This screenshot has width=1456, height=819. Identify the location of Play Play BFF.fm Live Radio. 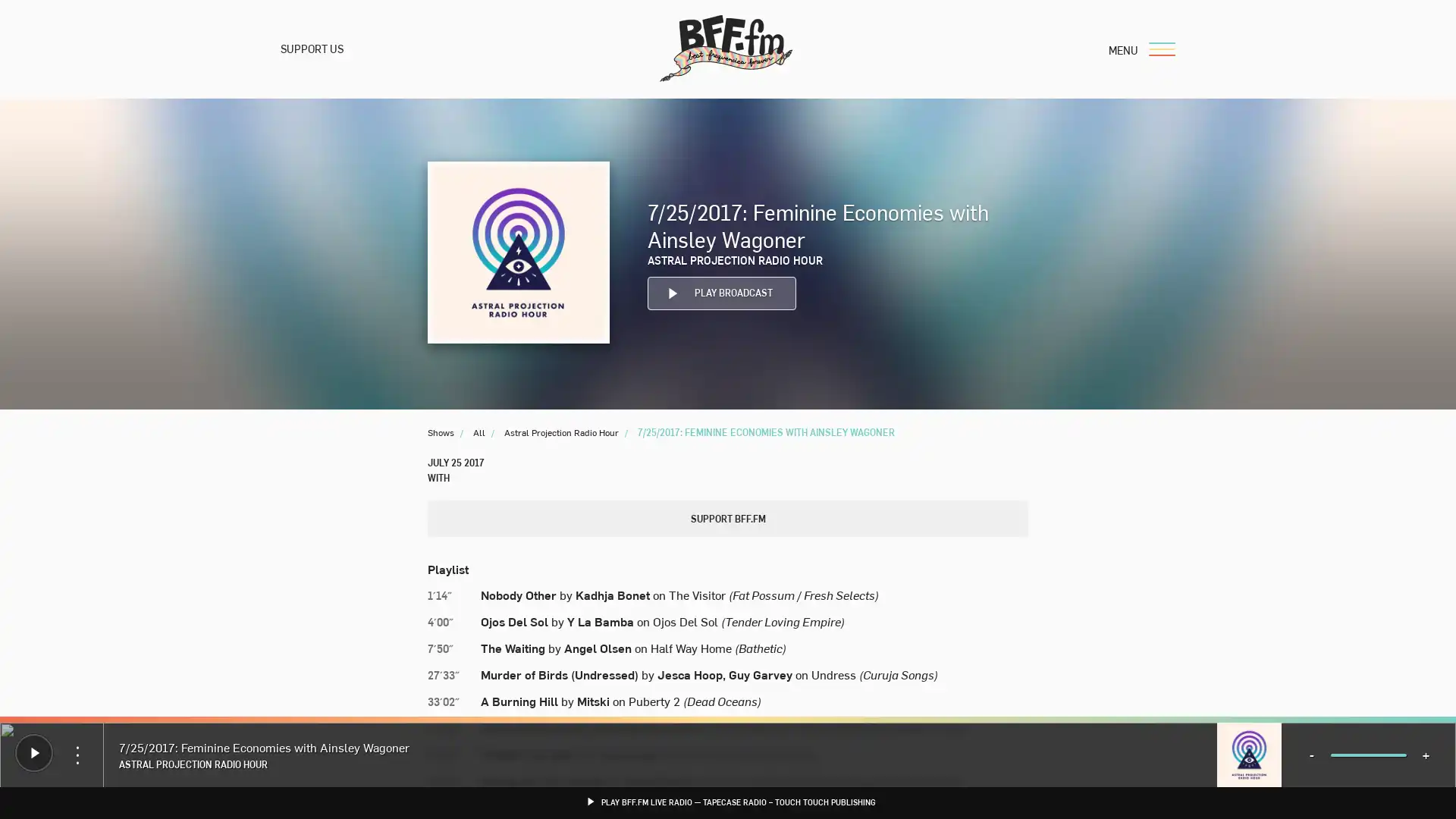
(14, 738).